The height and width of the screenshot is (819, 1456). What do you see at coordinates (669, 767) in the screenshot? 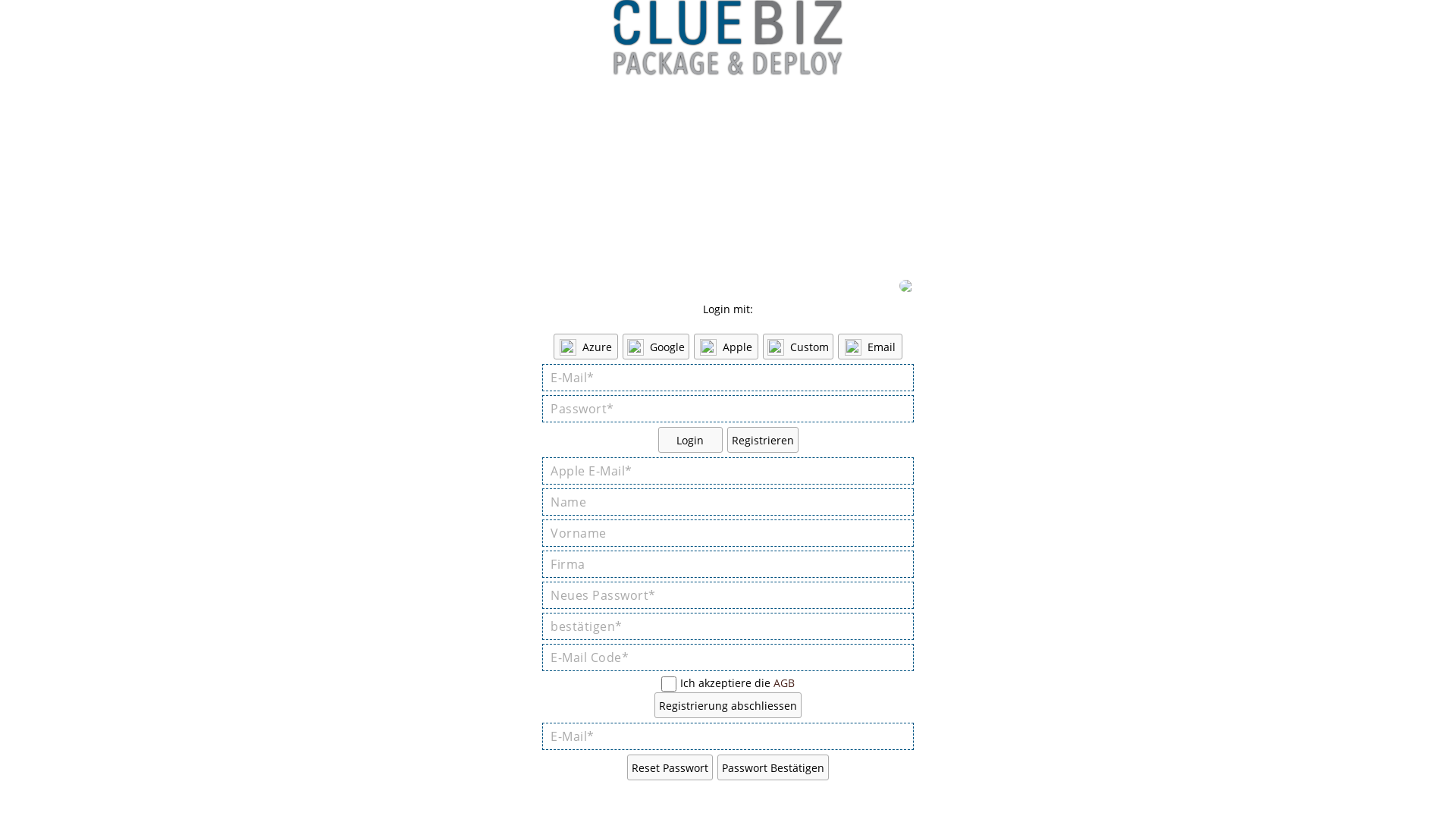
I see `'Reset Passwort'` at bounding box center [669, 767].